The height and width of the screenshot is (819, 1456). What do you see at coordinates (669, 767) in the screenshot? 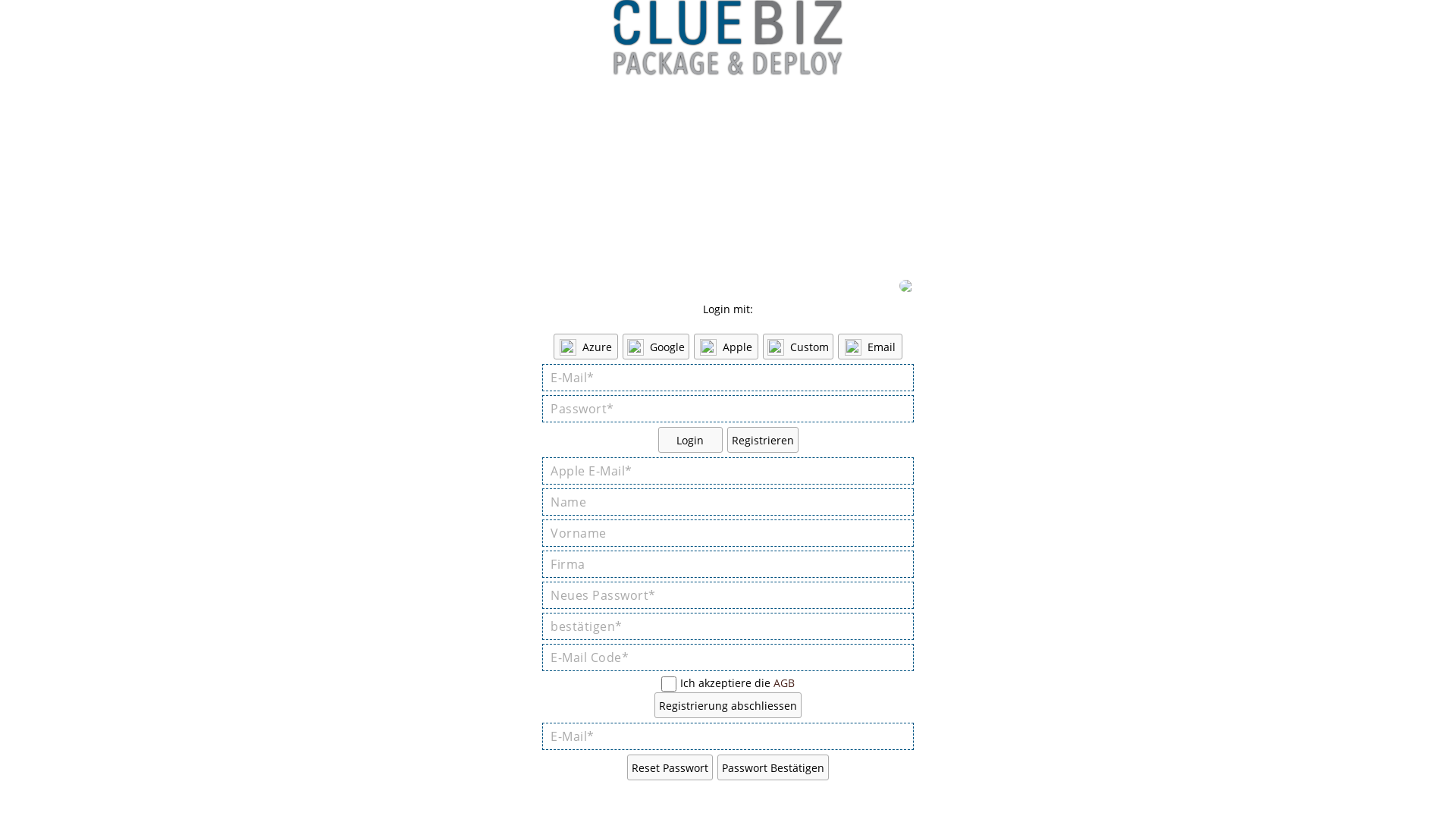
I see `'Reset Passwort'` at bounding box center [669, 767].